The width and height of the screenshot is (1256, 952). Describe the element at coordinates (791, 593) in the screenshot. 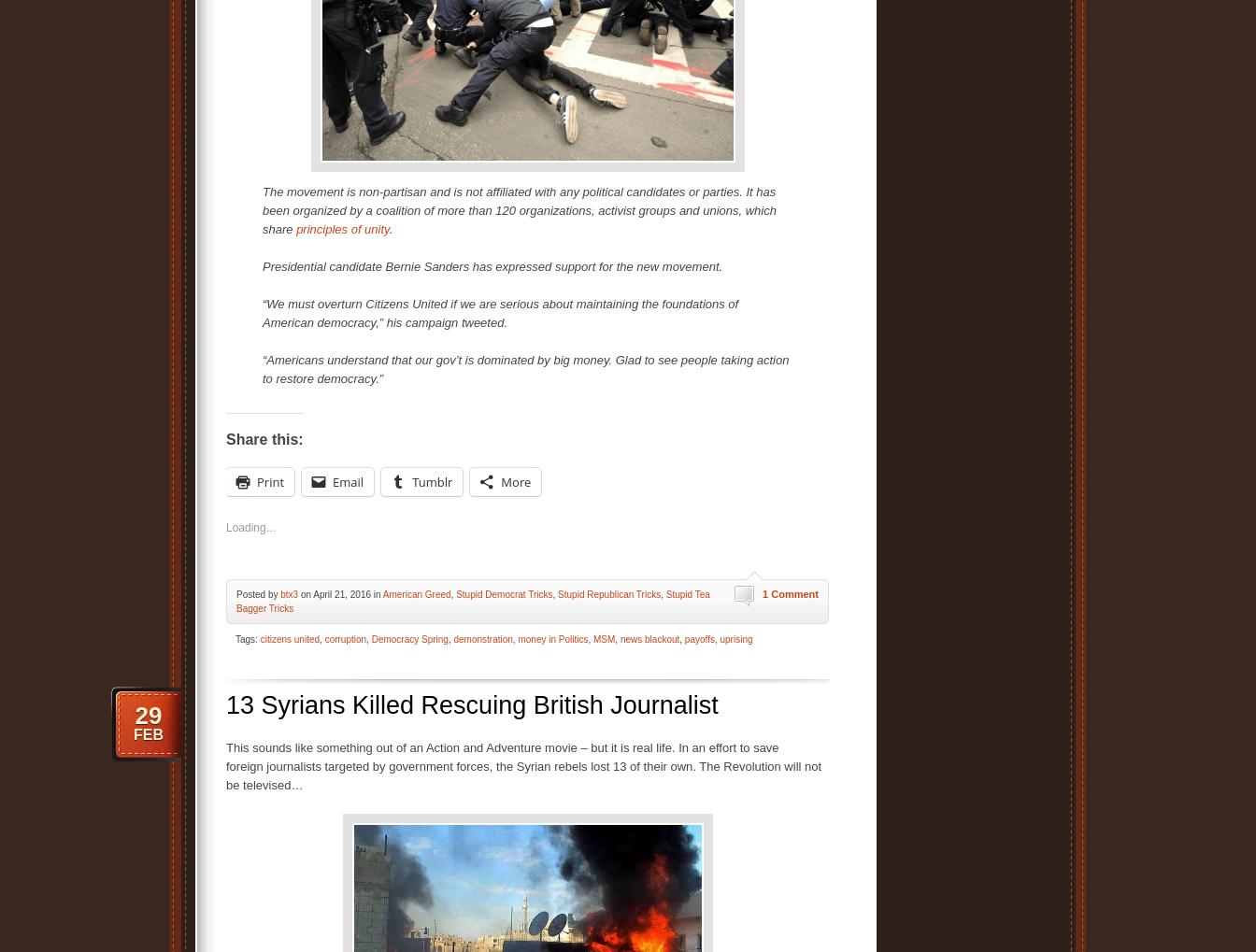

I see `'1 Comment'` at that location.